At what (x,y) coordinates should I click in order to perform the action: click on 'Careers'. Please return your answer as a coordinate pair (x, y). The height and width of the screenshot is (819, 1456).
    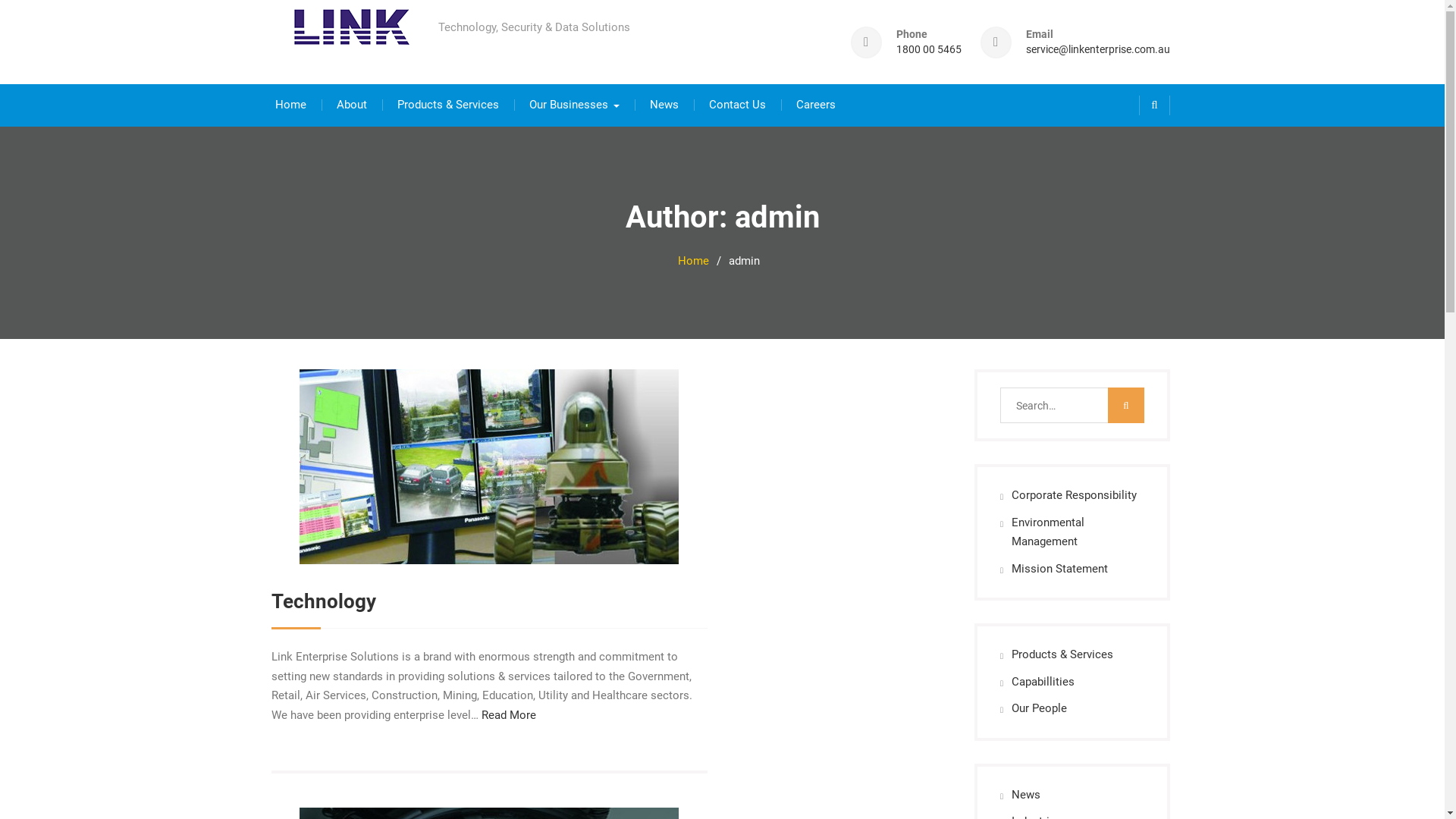
    Looking at the image, I should click on (814, 104).